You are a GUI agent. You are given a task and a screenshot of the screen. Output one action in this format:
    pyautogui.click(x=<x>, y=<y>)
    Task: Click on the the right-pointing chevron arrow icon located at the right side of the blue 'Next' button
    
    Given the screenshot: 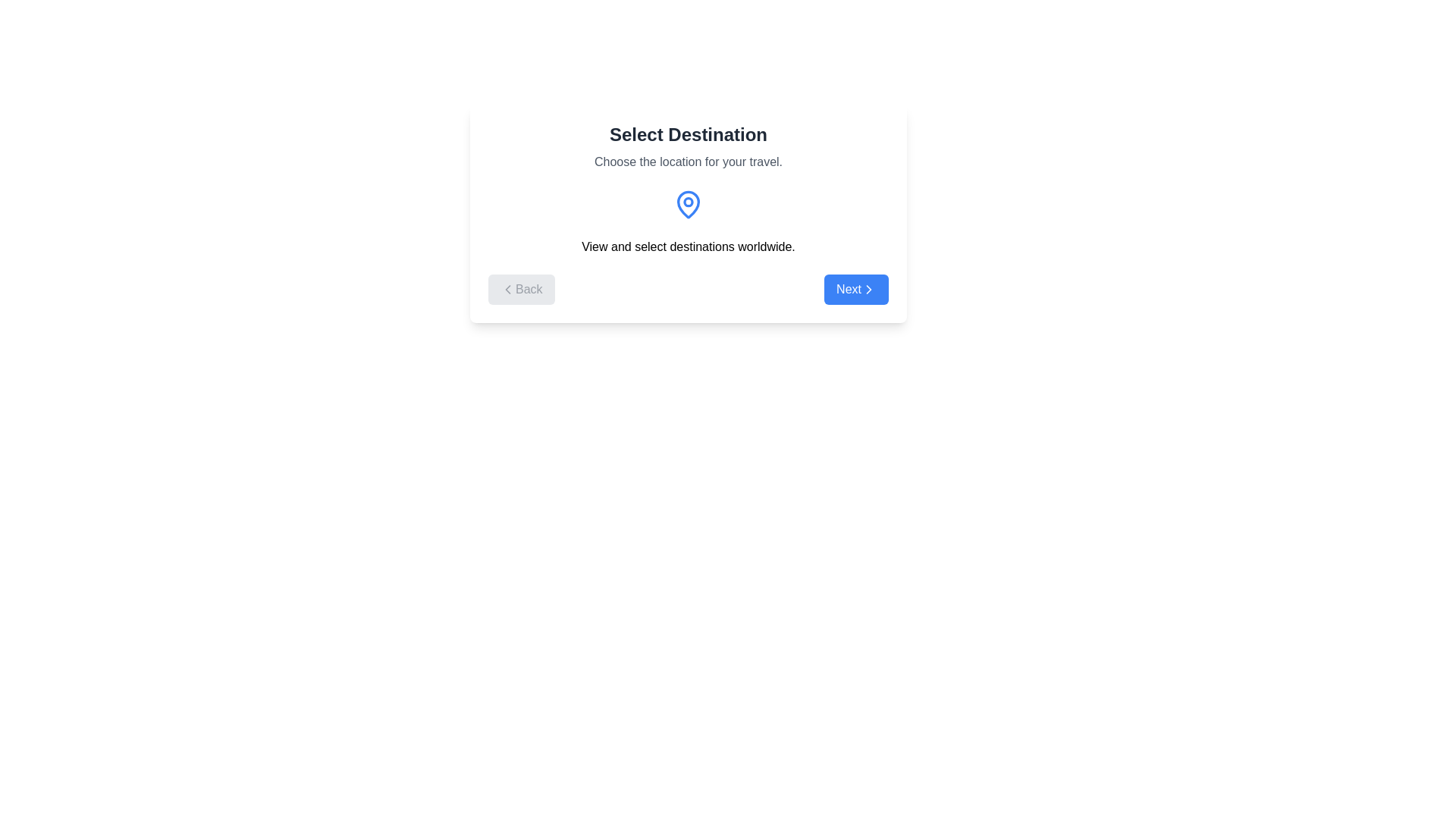 What is the action you would take?
    pyautogui.click(x=869, y=289)
    